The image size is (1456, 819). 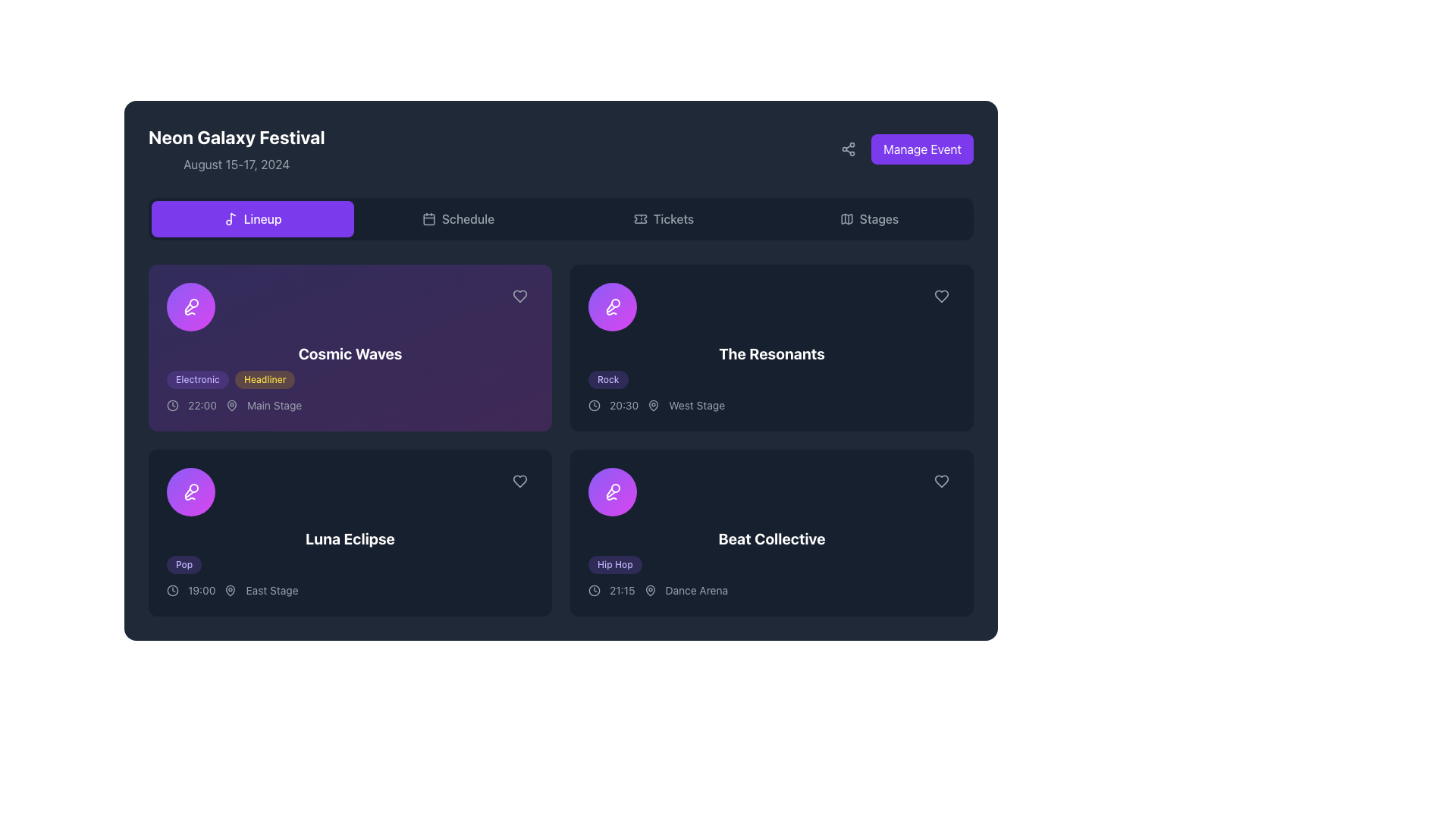 What do you see at coordinates (236, 149) in the screenshot?
I see `the text block that serves as a heading and subtitle for the displayed page, indicating the event name and dates, located at the top-left corner of the UI above the navigation tabs` at bounding box center [236, 149].